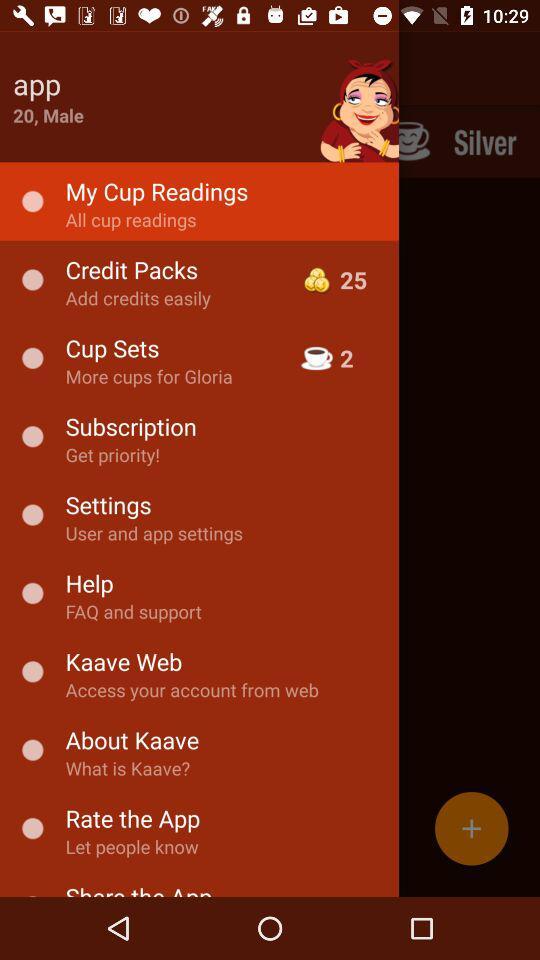 The image size is (540, 960). Describe the element at coordinates (471, 828) in the screenshot. I see `the add icon` at that location.